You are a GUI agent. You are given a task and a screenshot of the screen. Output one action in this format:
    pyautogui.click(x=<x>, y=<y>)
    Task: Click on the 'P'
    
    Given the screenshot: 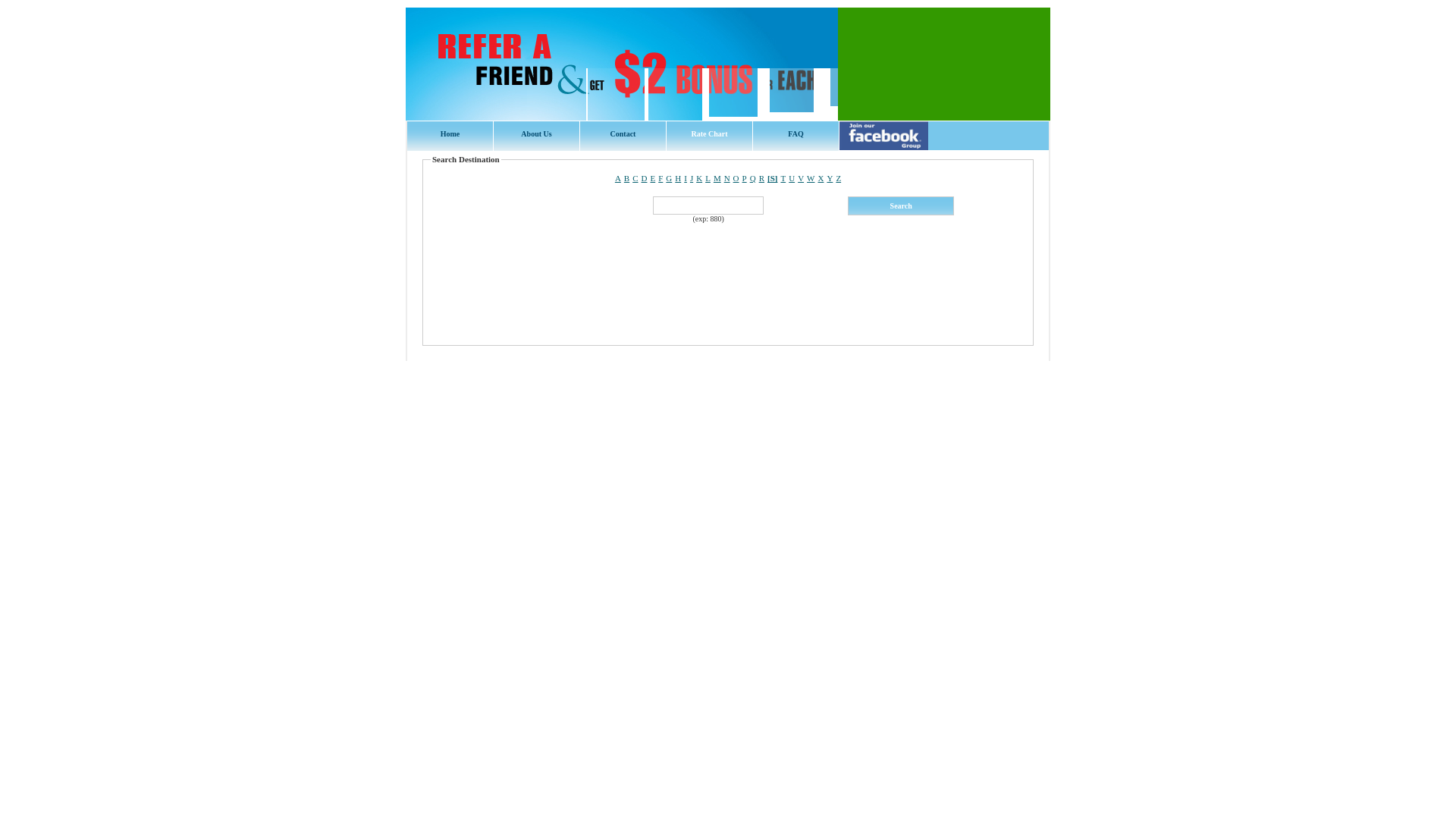 What is the action you would take?
    pyautogui.click(x=745, y=177)
    